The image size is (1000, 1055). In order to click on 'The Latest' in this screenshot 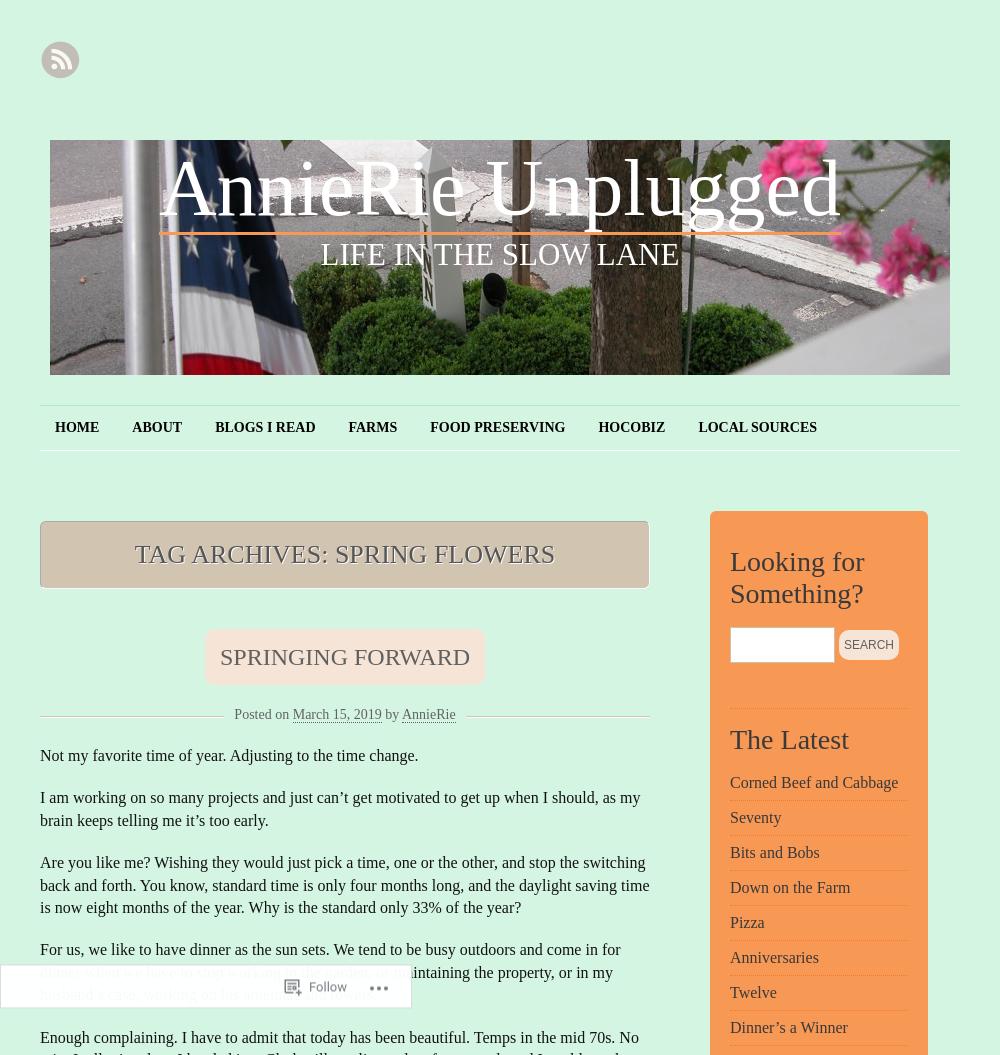, I will do `click(729, 739)`.